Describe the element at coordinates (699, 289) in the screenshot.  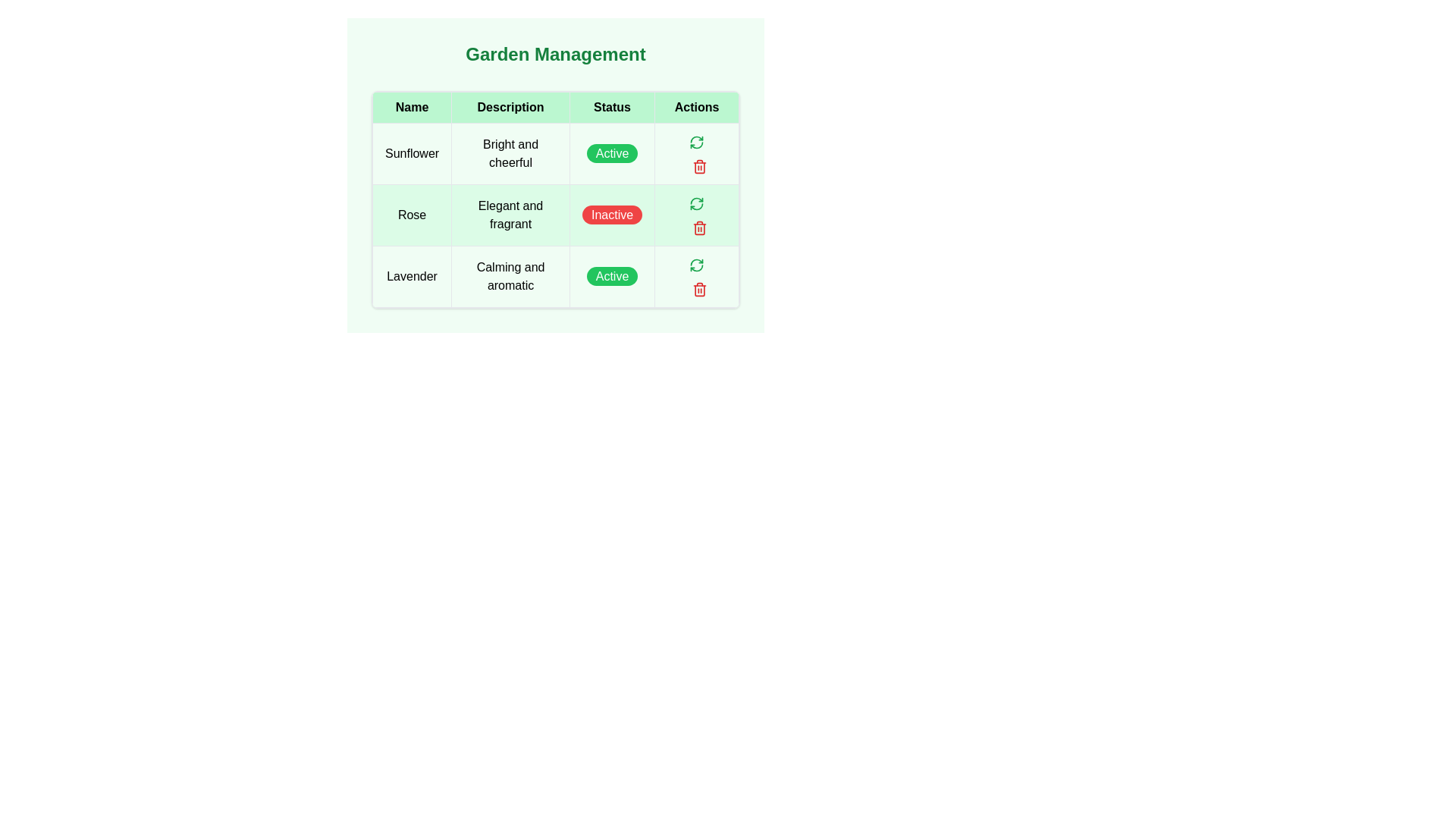
I see `the red-colored trash icon button located in the 'Actions' column of the table for the 'Lavender' entry` at that location.